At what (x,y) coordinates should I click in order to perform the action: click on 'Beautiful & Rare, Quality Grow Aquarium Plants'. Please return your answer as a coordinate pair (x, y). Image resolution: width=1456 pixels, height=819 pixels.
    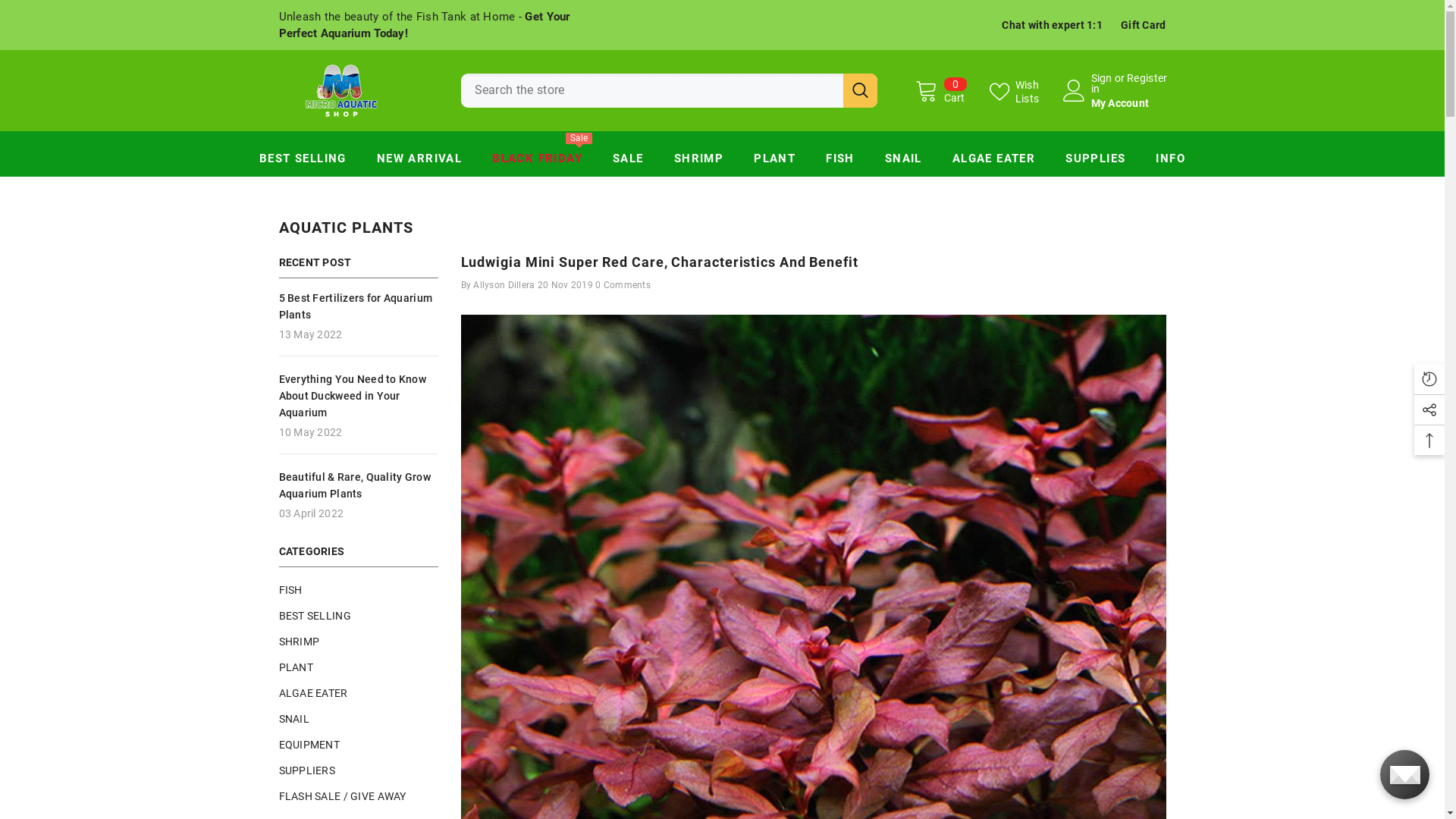
    Looking at the image, I should click on (358, 485).